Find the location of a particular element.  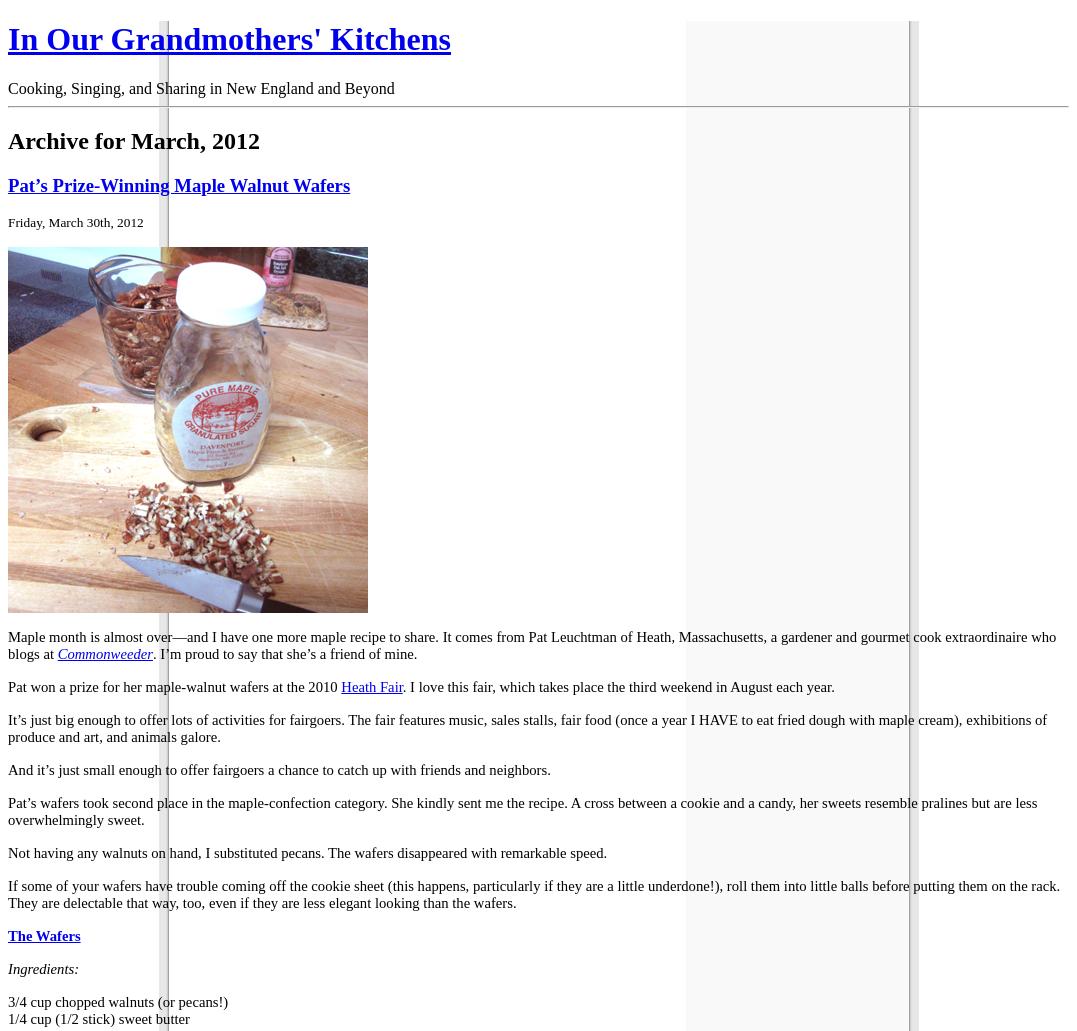

'Cooking, Singing, and Sharing in New England and Beyond' is located at coordinates (199, 87).